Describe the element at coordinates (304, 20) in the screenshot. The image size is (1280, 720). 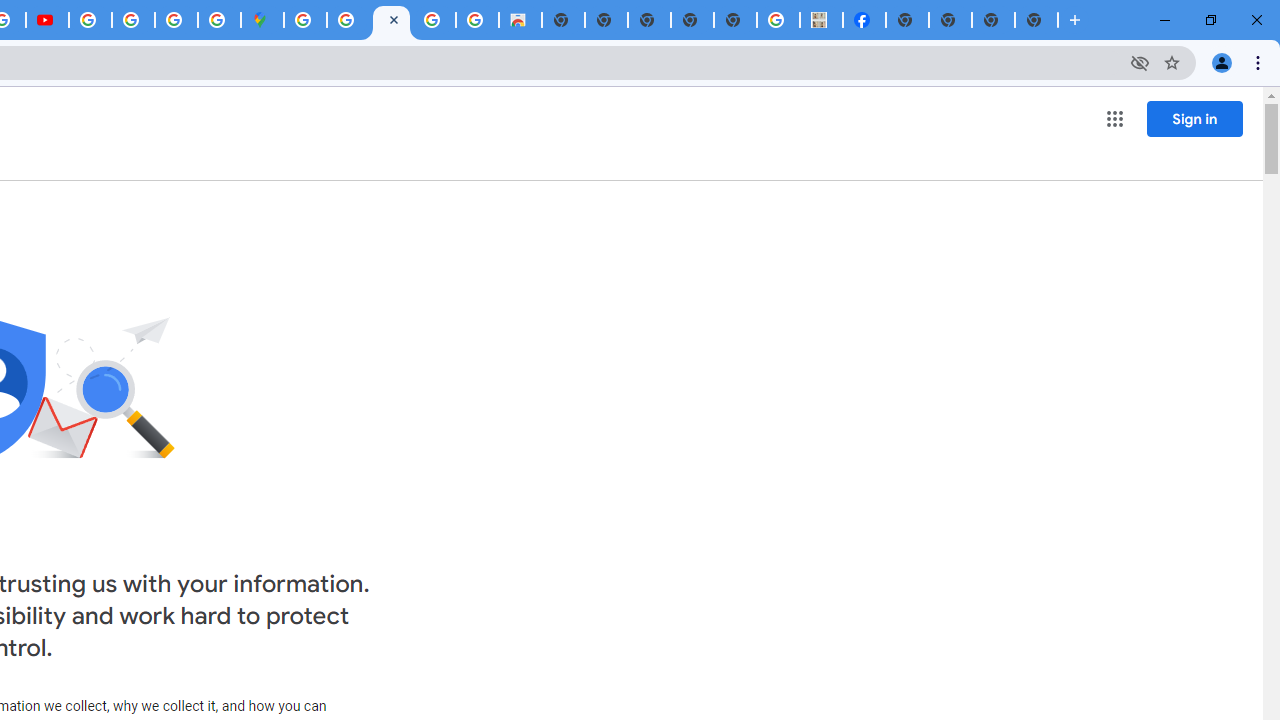
I see `'Sign in - Google Accounts'` at that location.